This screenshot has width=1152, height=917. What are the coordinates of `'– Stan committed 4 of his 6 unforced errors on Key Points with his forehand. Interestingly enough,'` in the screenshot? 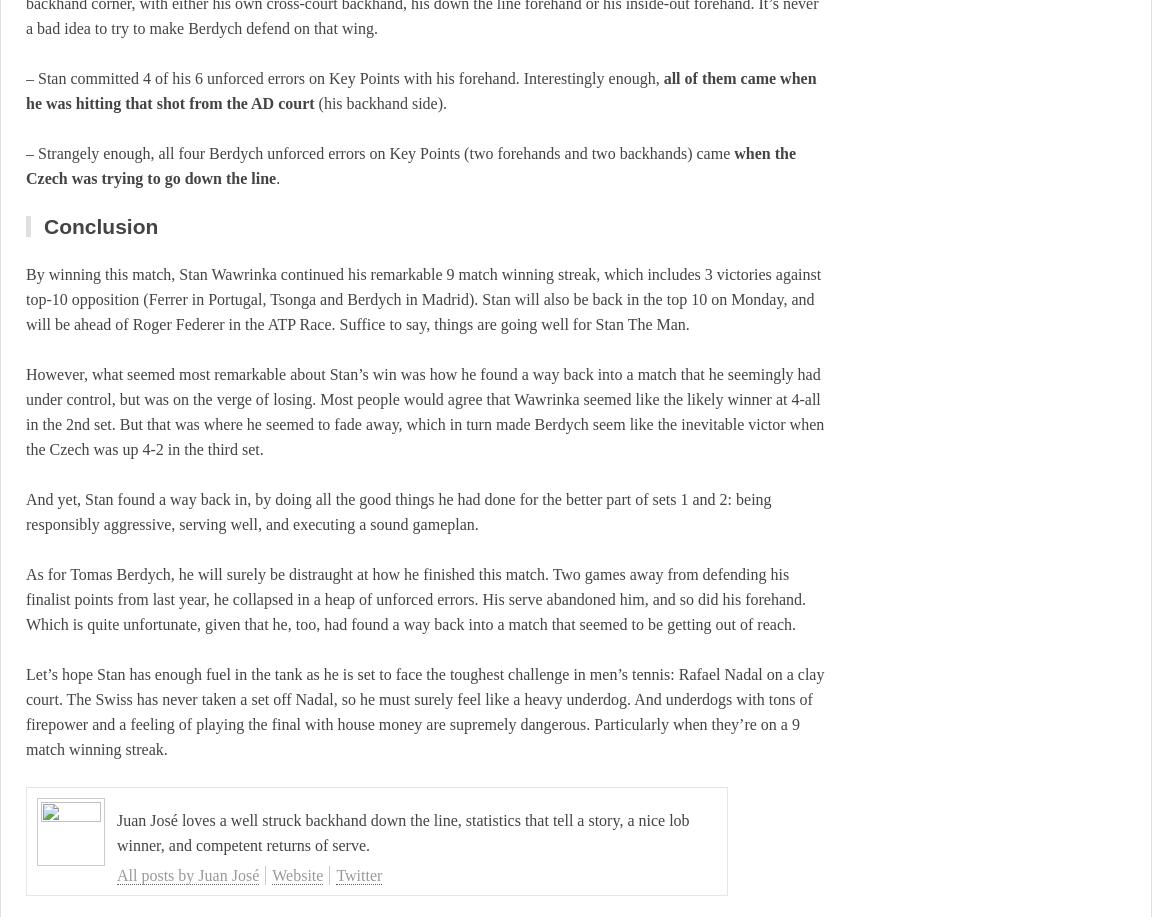 It's located at (343, 77).